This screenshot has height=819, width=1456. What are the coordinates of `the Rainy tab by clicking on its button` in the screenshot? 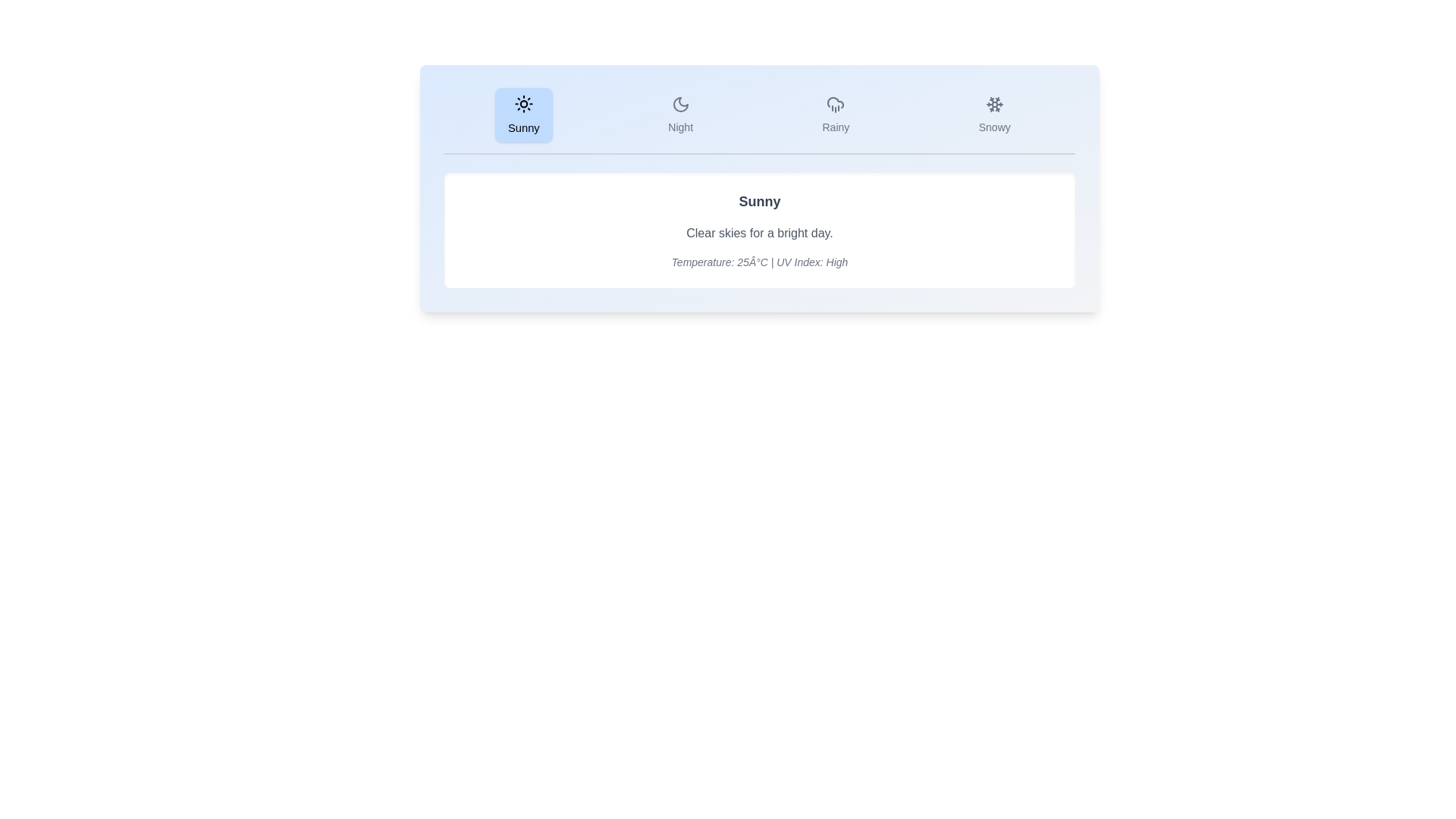 It's located at (835, 114).